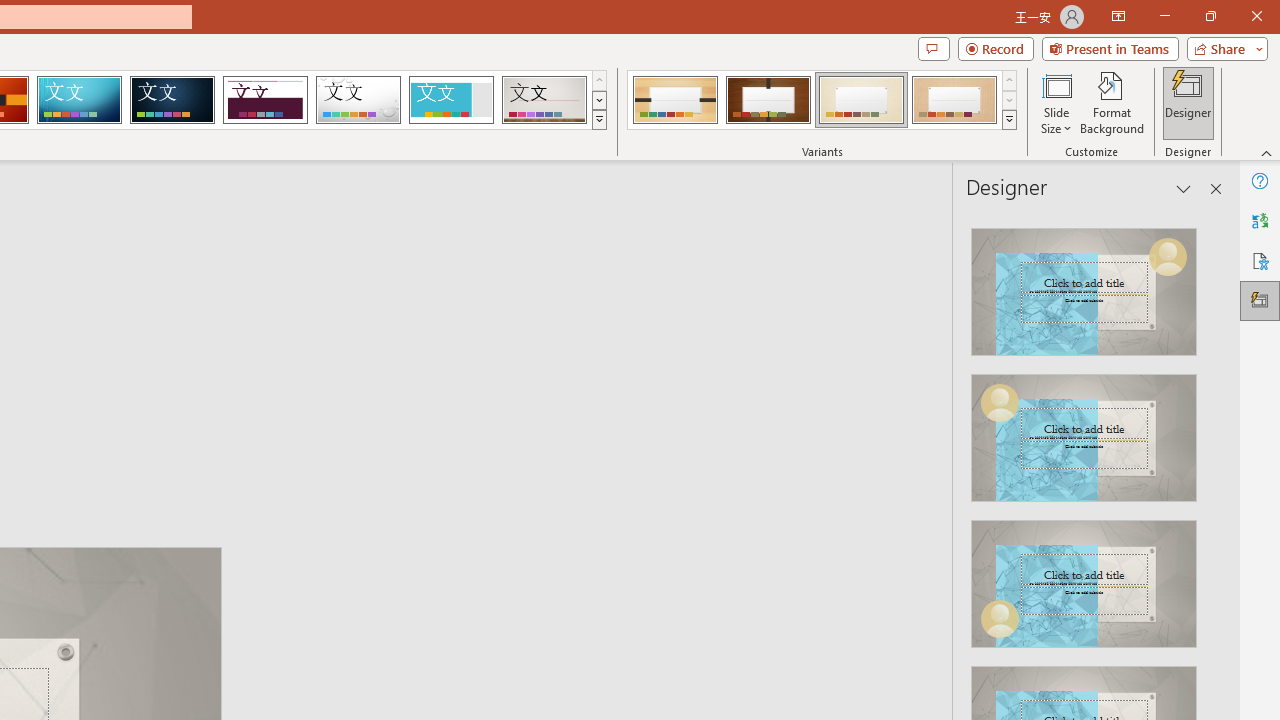 Image resolution: width=1280 pixels, height=720 pixels. Describe the element at coordinates (450, 100) in the screenshot. I see `'Frame'` at that location.